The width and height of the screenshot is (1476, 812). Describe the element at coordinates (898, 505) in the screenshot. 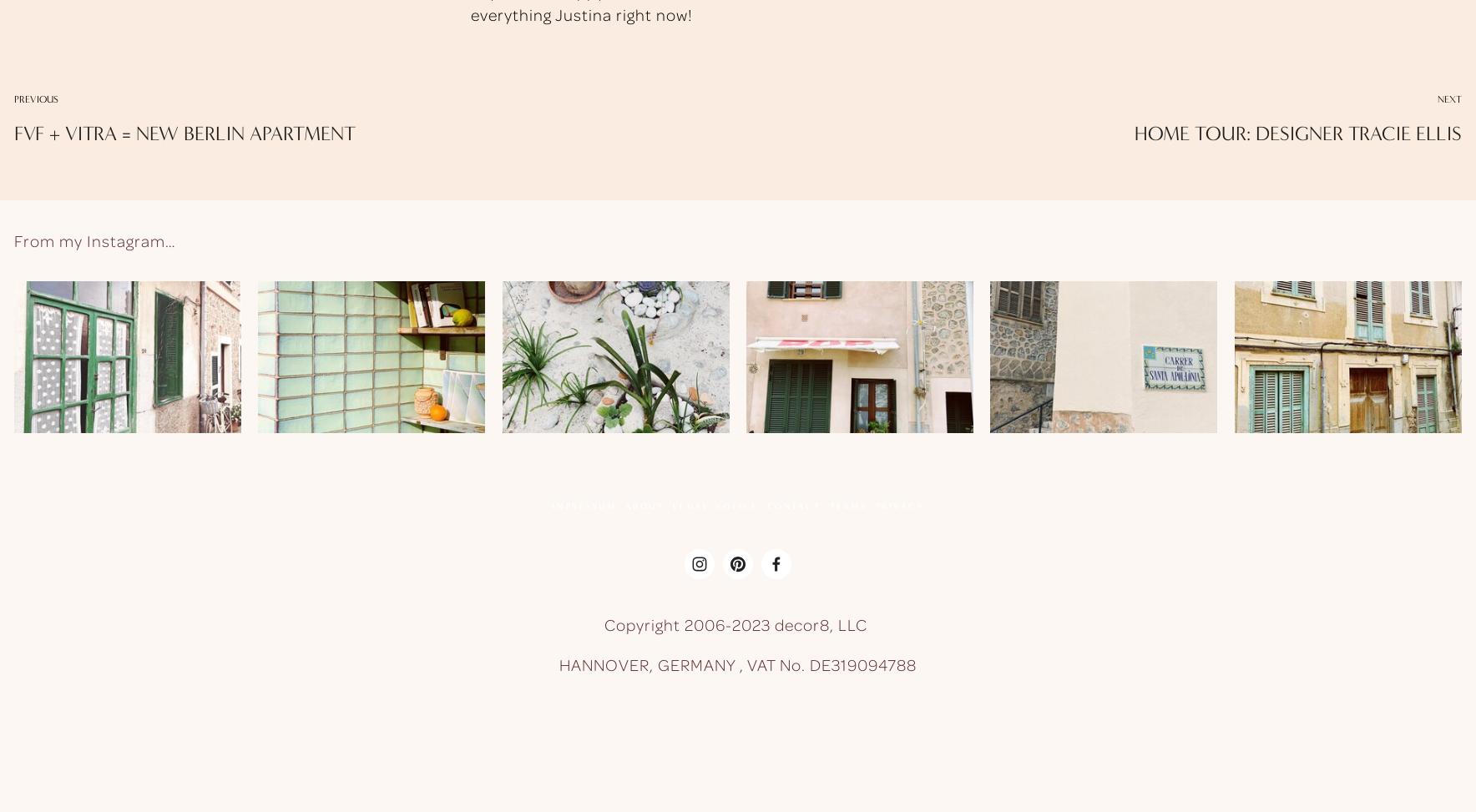

I see `'Privacy'` at that location.